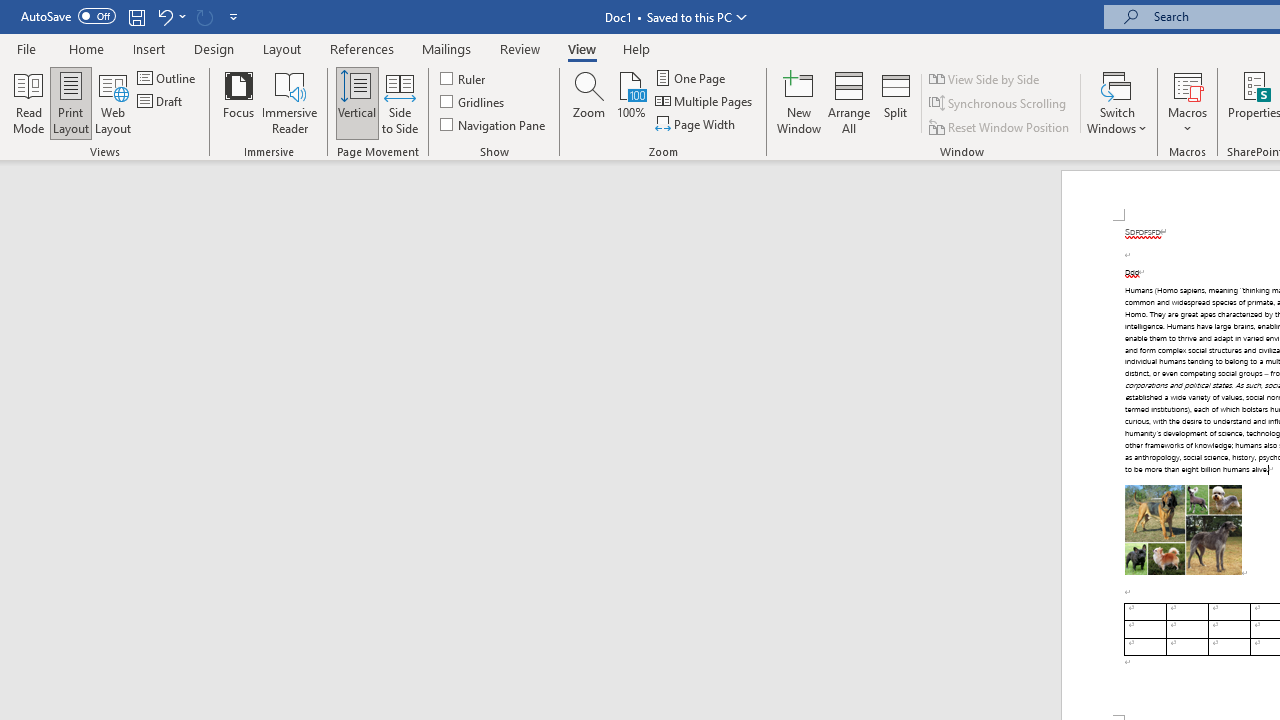 This screenshot has height=720, width=1280. What do you see at coordinates (161, 101) in the screenshot?
I see `'Draft'` at bounding box center [161, 101].